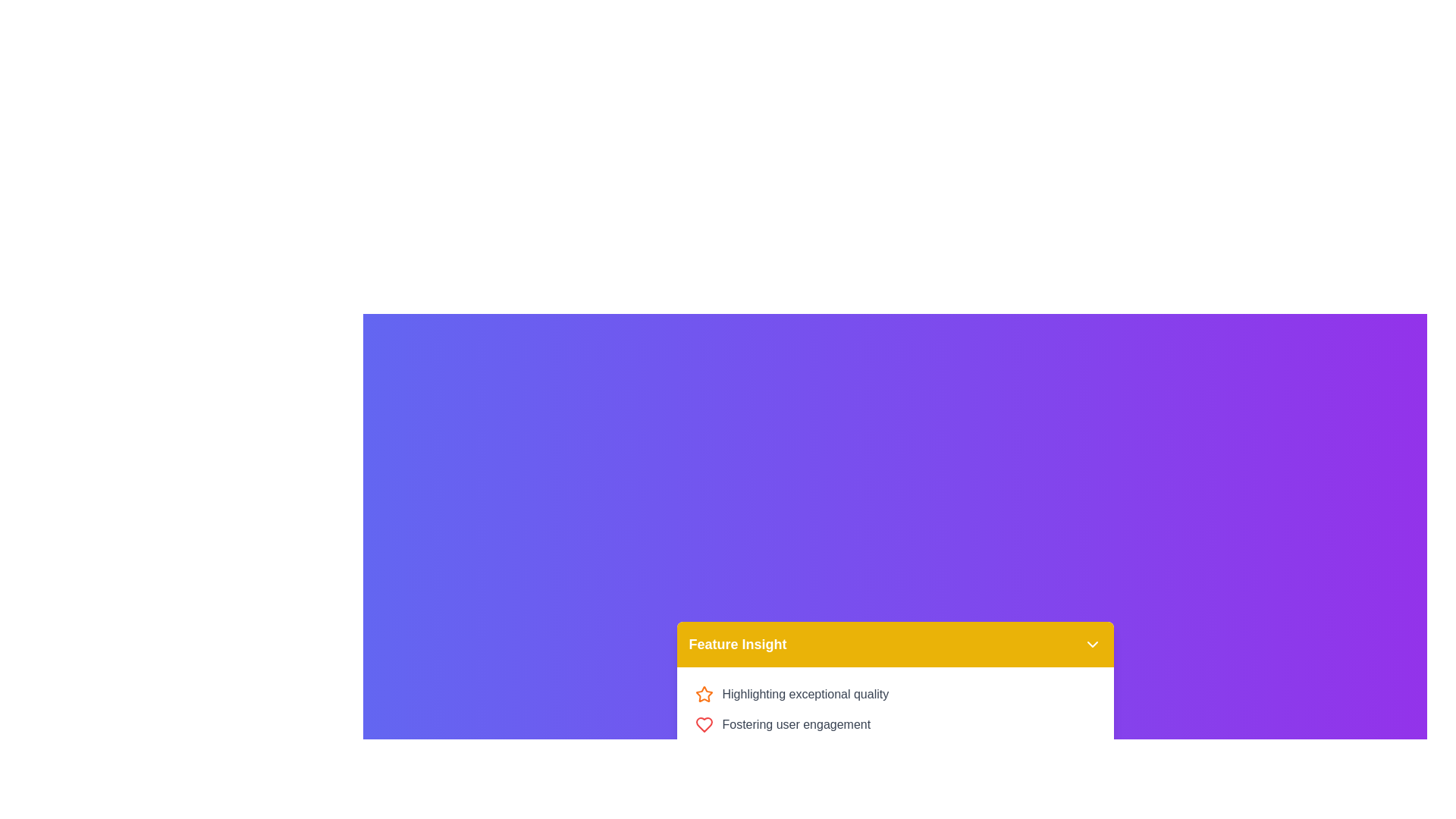 Image resolution: width=1456 pixels, height=819 pixels. I want to click on the second text label in the 'Feature Insight' UI card, which provides additional context for a feature, so click(795, 724).